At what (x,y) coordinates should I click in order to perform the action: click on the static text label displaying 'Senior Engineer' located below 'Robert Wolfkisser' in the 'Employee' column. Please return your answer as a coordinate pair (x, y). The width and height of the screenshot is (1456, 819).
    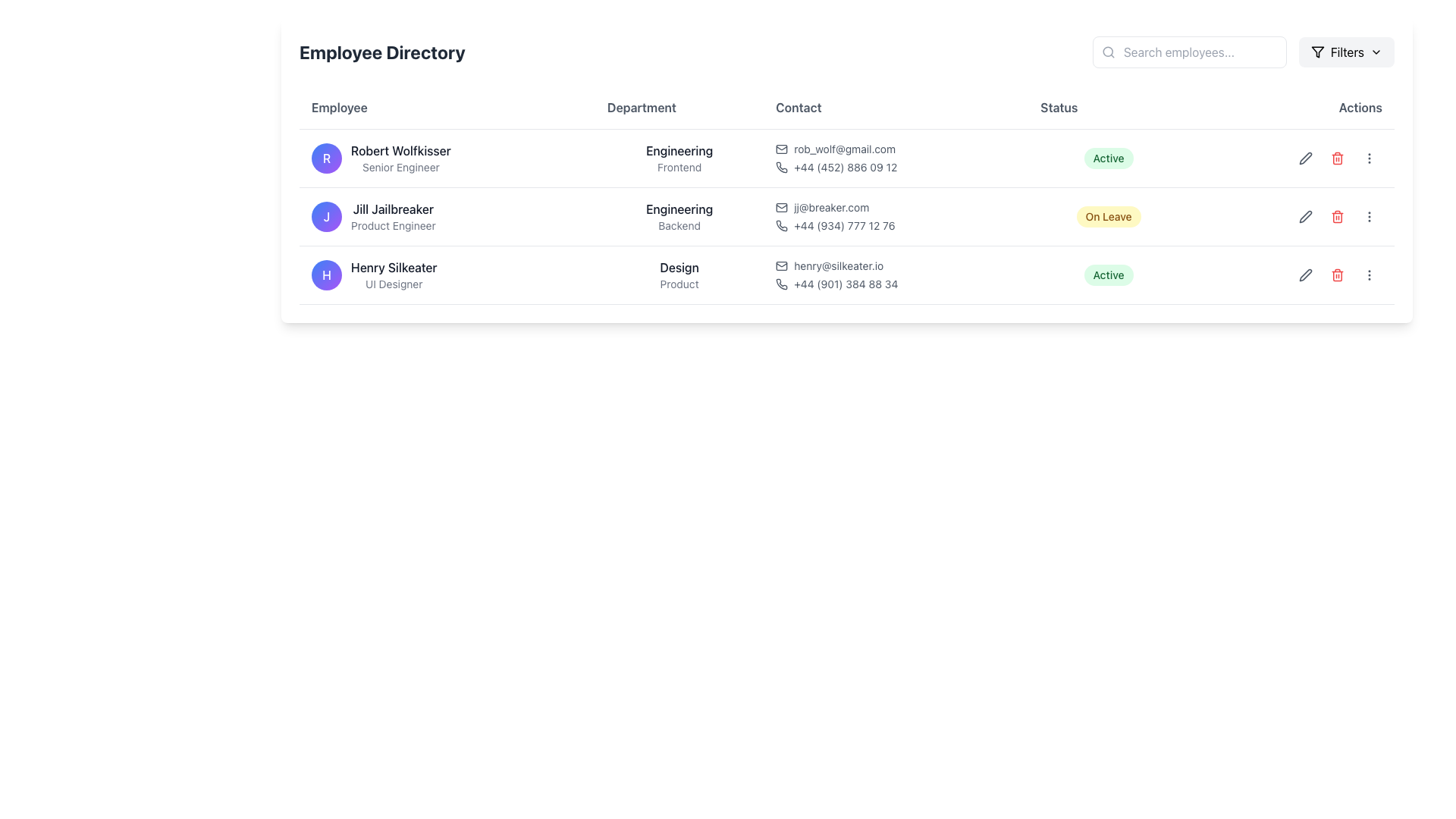
    Looking at the image, I should click on (400, 167).